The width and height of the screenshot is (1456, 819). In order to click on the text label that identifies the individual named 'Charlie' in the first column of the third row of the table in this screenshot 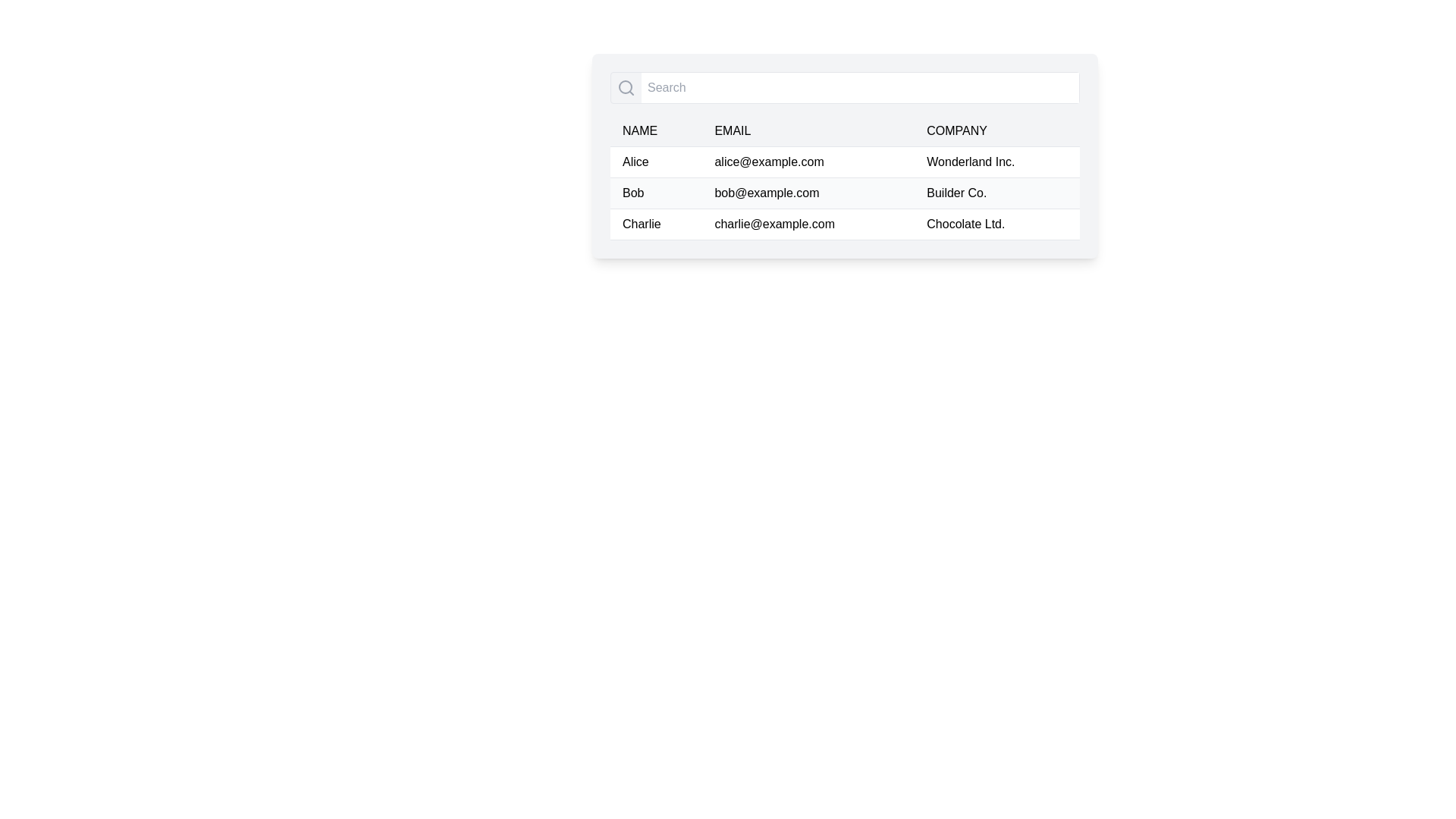, I will do `click(656, 224)`.